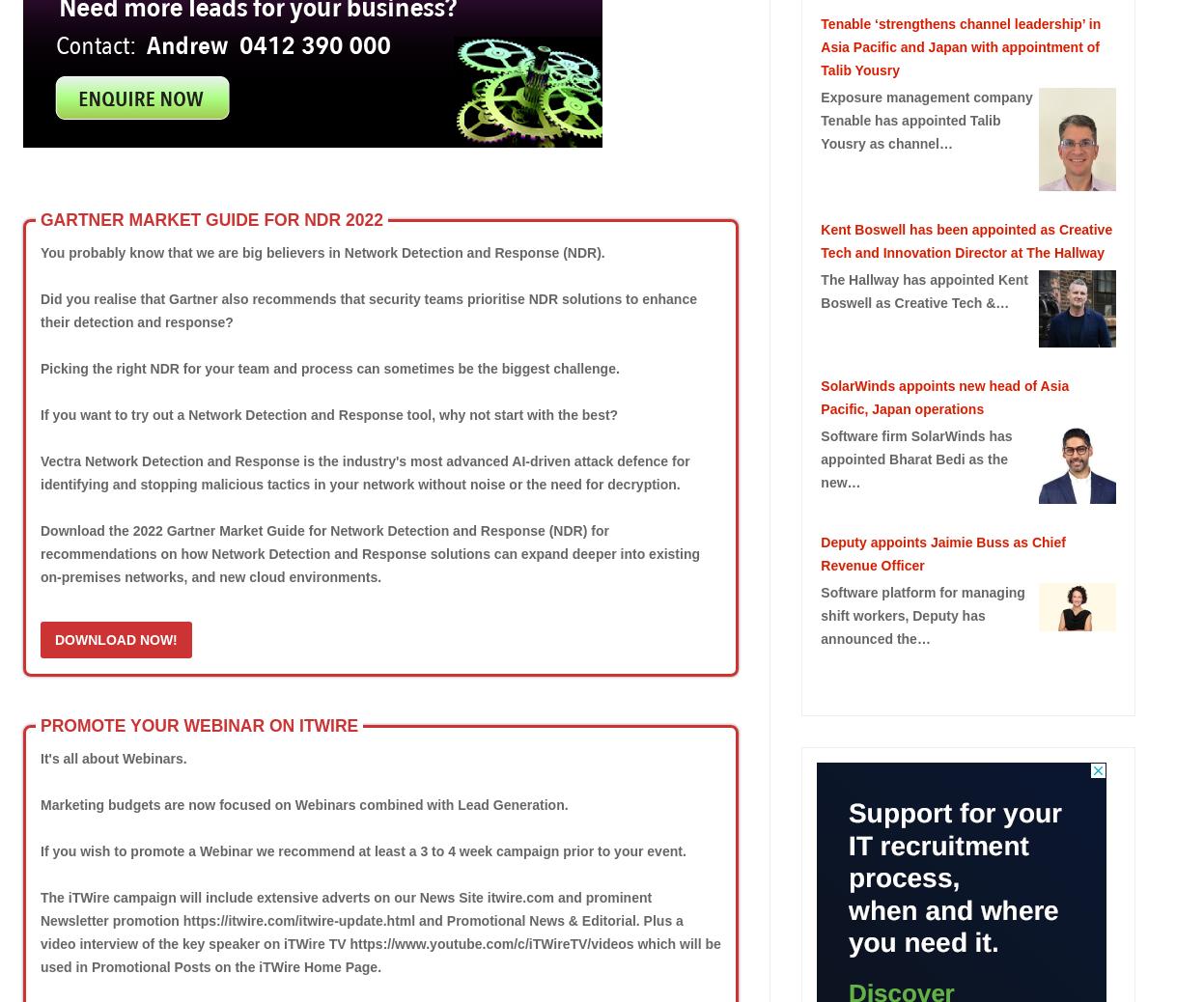 Image resolution: width=1204 pixels, height=1002 pixels. I want to click on 'Marketing budgets are now focused on Webinars combined with Lead Generation.', so click(303, 805).